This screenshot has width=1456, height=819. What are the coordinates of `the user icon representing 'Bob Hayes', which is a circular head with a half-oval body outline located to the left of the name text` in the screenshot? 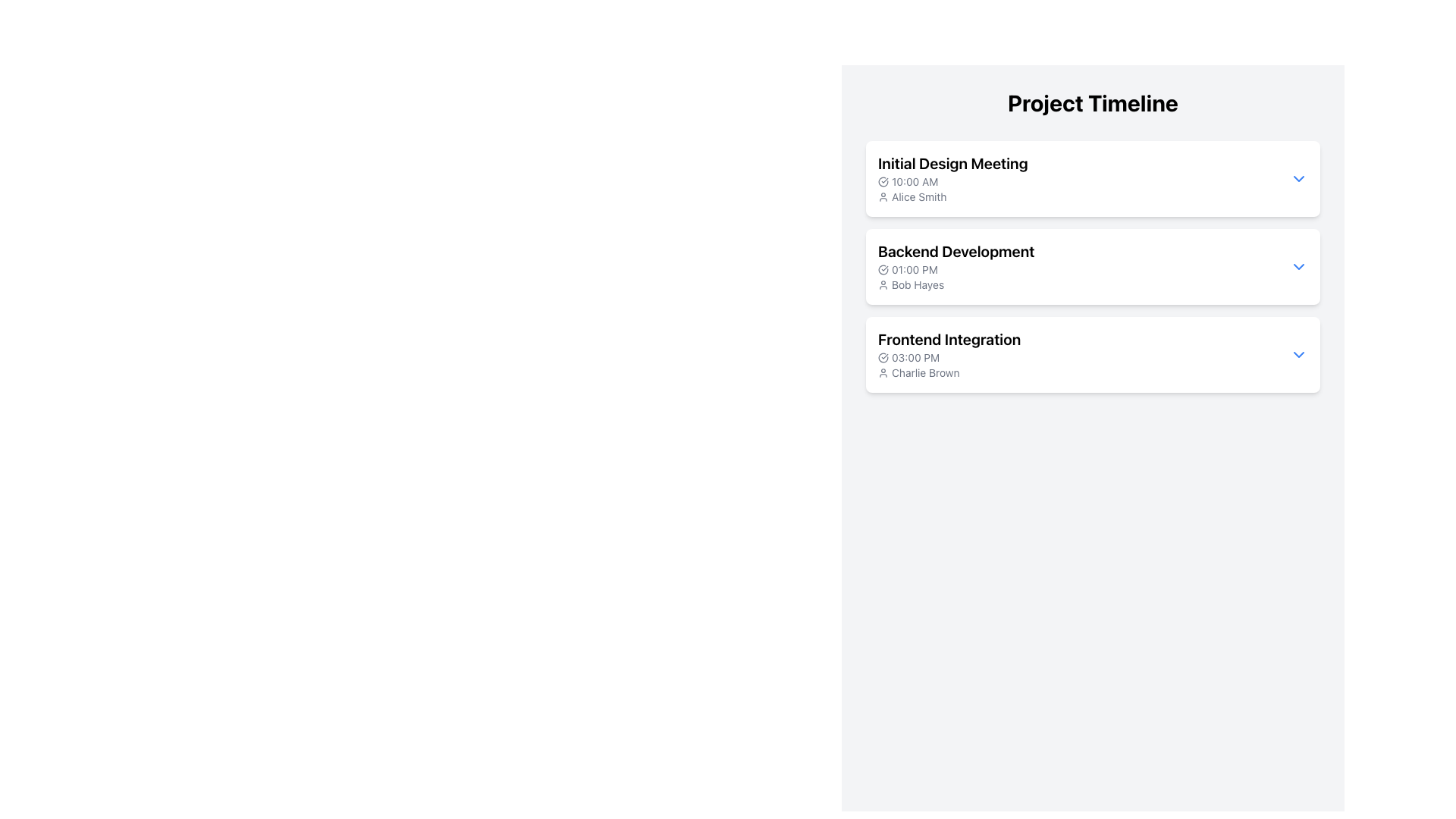 It's located at (883, 284).